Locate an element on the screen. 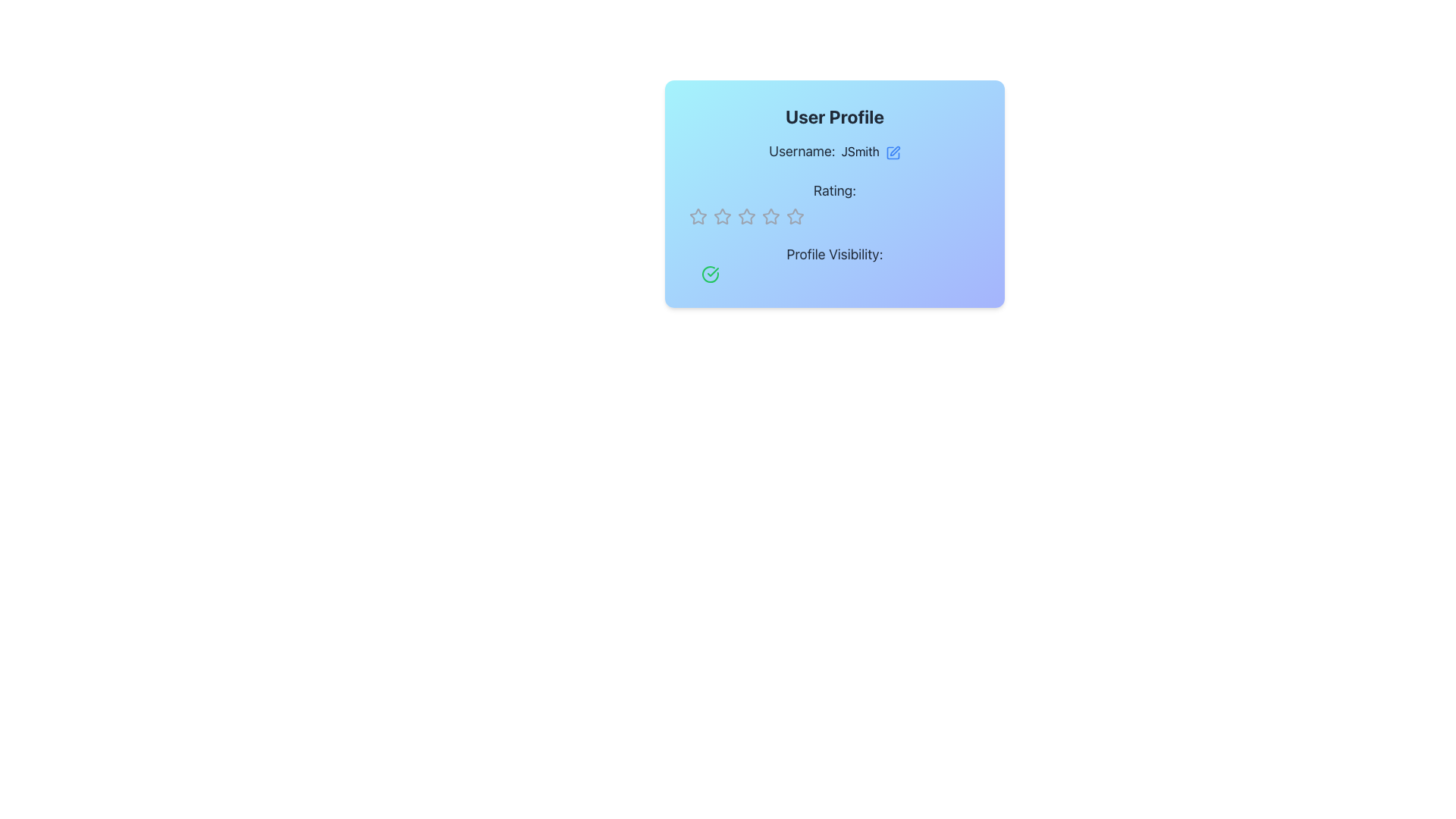 The width and height of the screenshot is (1456, 819). the third five-pointed star icon with a gray outline in the row of rating stars beneath the 'Rating:' label for visual feedback is located at coordinates (771, 216).